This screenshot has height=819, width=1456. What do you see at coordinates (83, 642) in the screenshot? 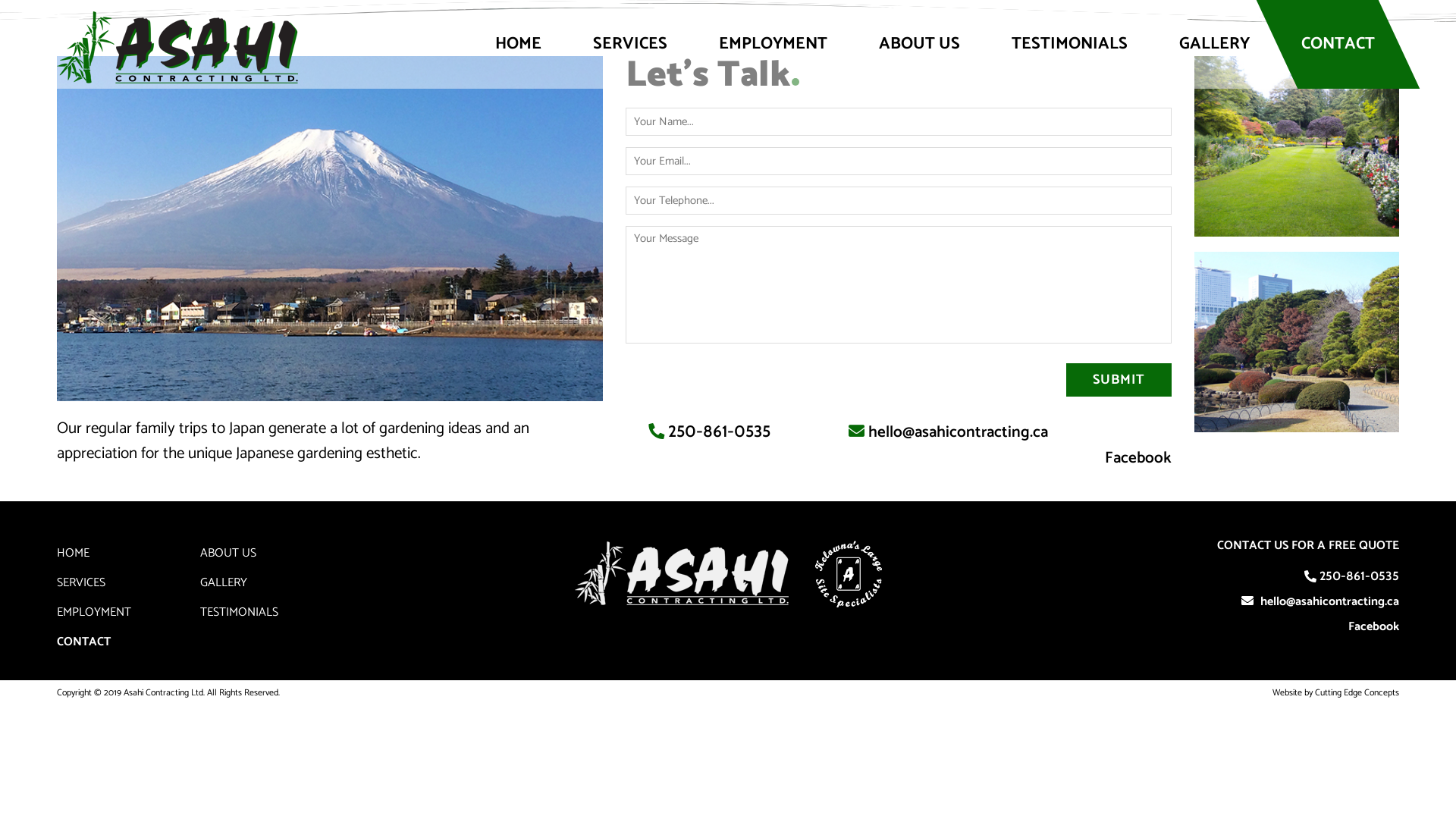
I see `'CONTACT'` at bounding box center [83, 642].